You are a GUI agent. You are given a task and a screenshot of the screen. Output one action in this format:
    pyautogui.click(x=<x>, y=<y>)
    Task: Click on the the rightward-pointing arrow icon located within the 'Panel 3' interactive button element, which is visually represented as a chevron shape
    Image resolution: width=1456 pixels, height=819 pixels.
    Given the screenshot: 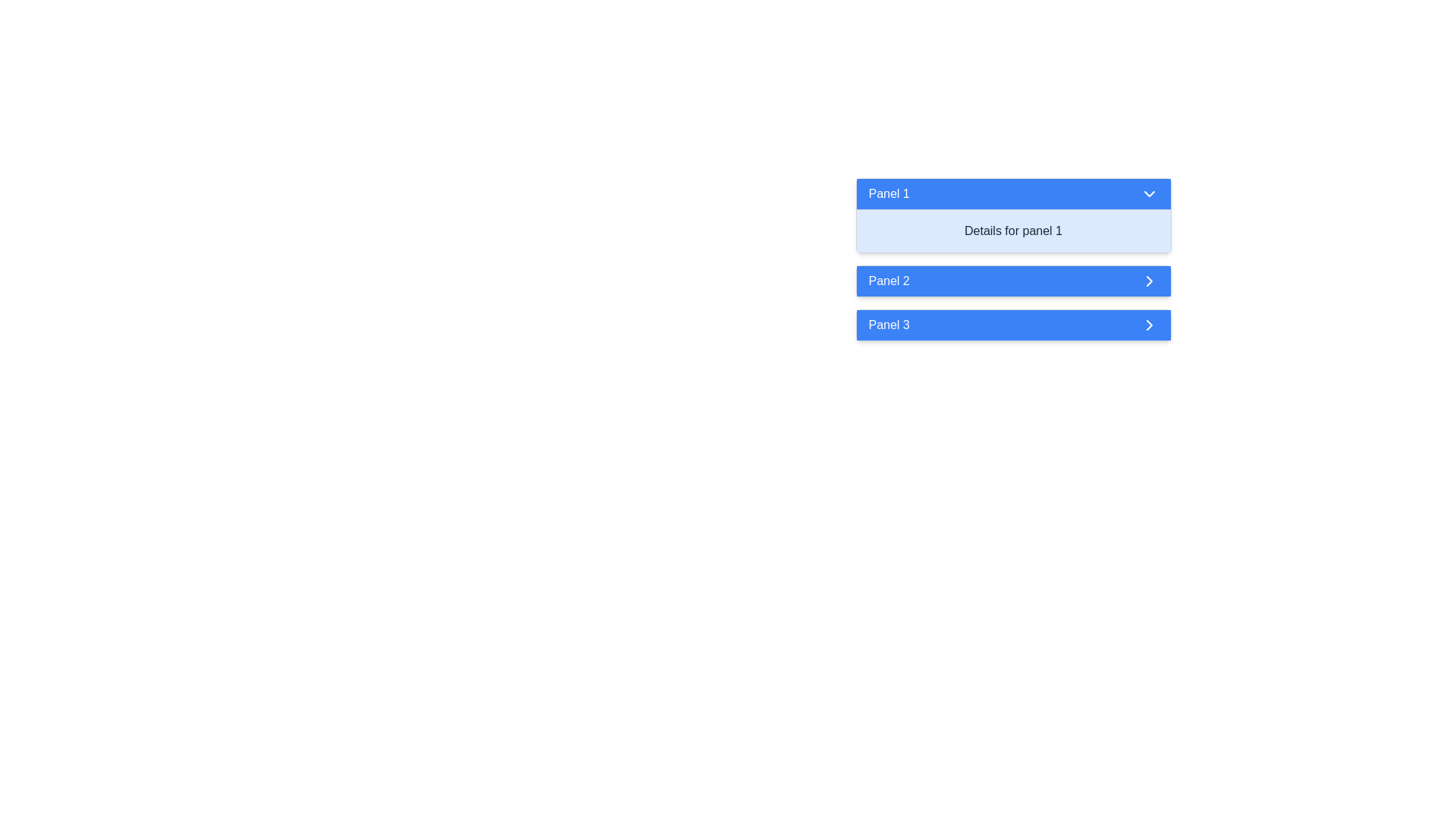 What is the action you would take?
    pyautogui.click(x=1149, y=324)
    